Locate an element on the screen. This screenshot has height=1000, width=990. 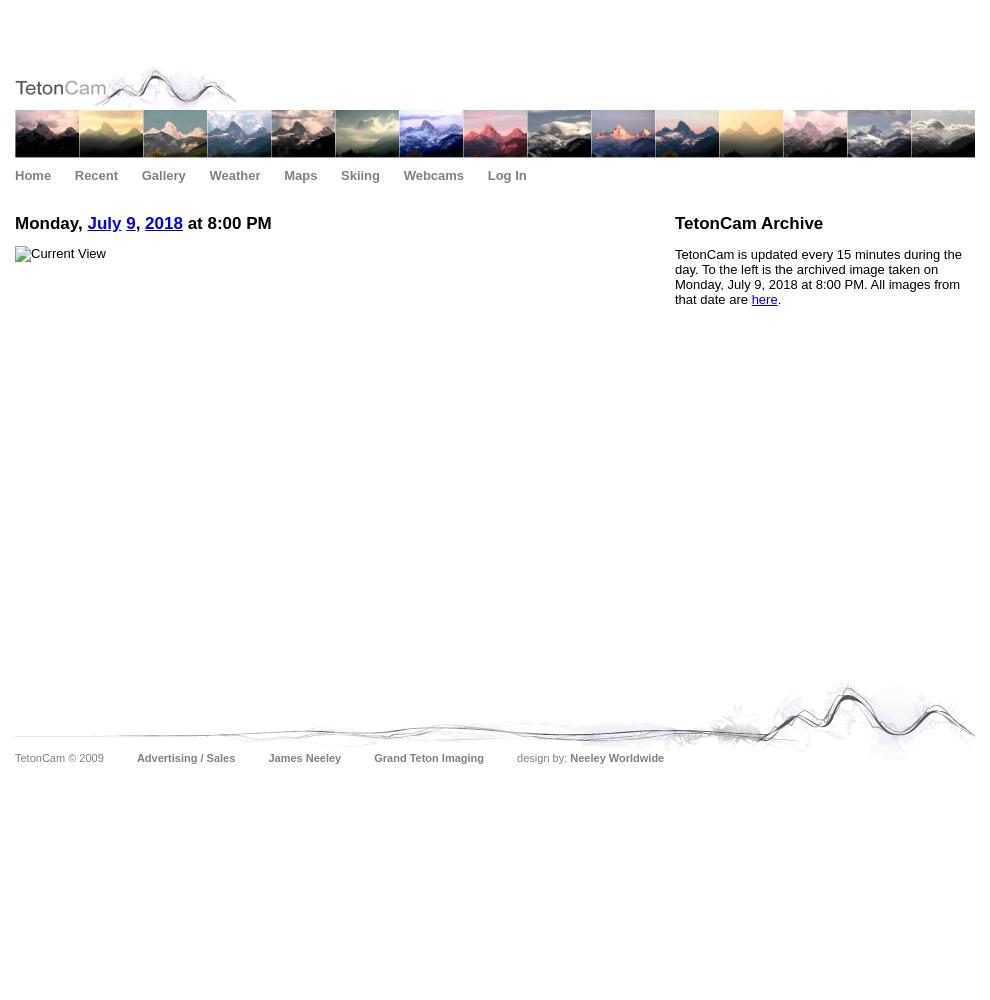
'Log In' is located at coordinates (486, 175).